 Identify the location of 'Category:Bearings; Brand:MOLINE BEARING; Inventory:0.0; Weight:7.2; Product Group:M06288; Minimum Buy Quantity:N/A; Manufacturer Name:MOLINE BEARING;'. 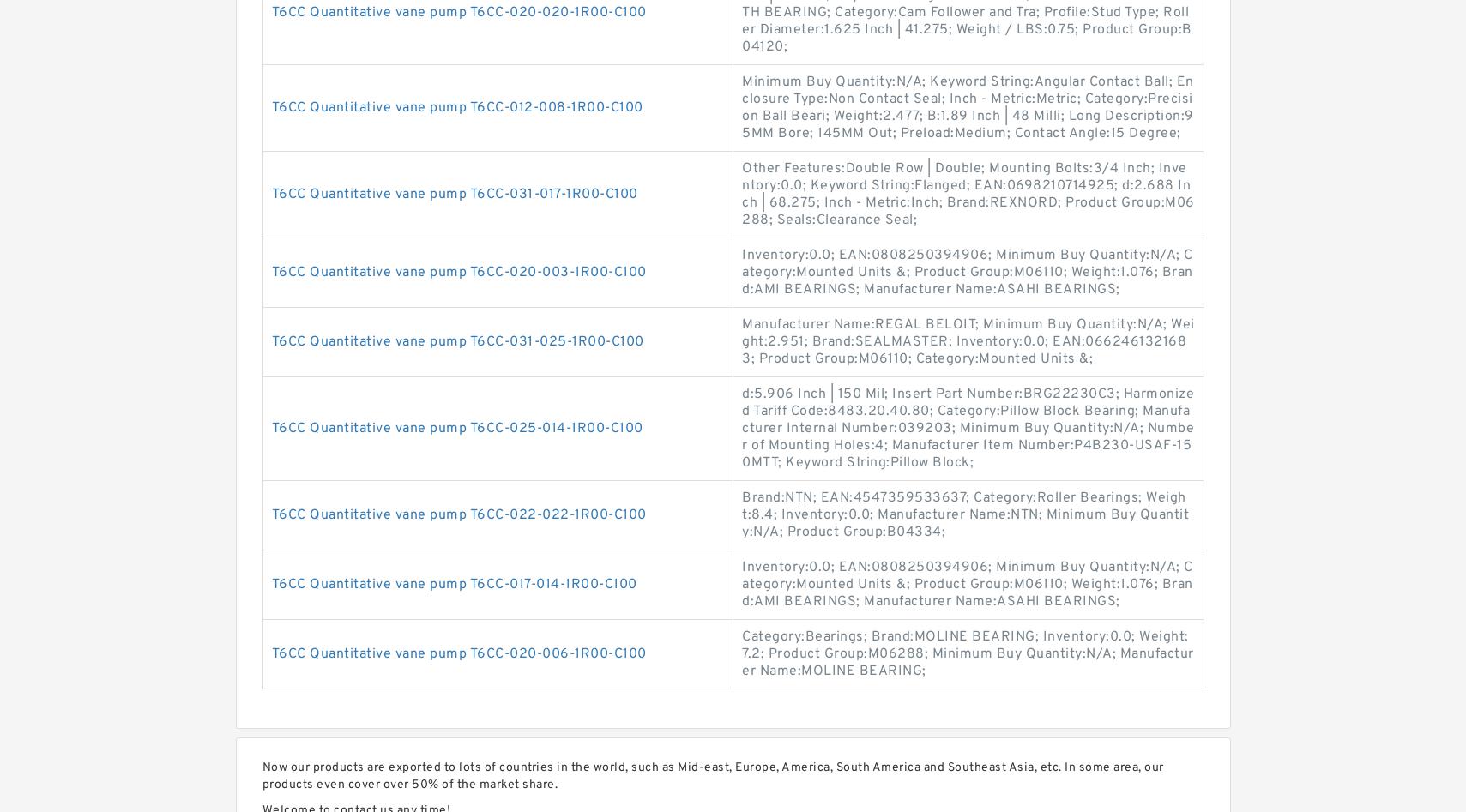
(967, 653).